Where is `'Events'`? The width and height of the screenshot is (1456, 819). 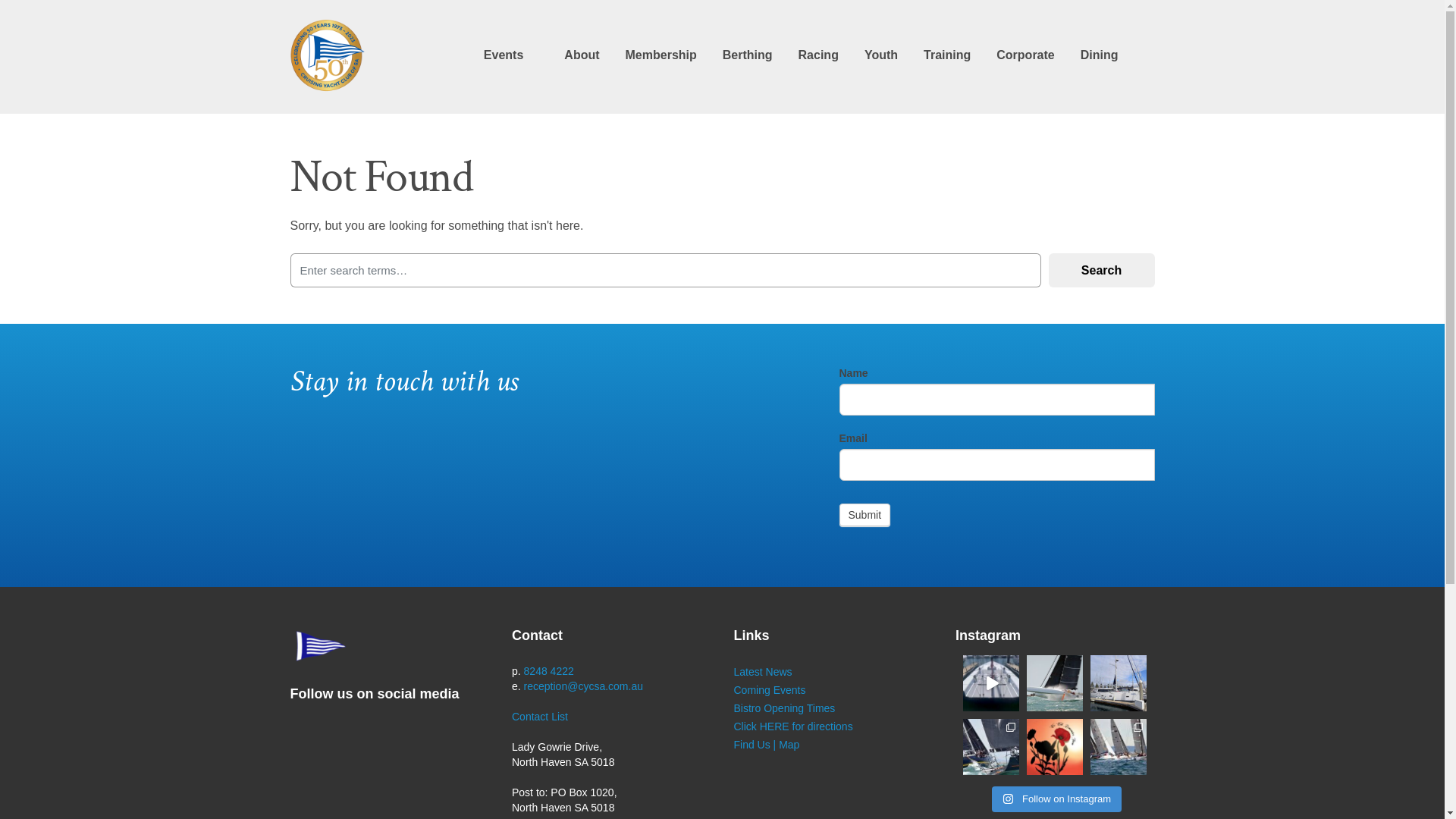
'Events' is located at coordinates (503, 55).